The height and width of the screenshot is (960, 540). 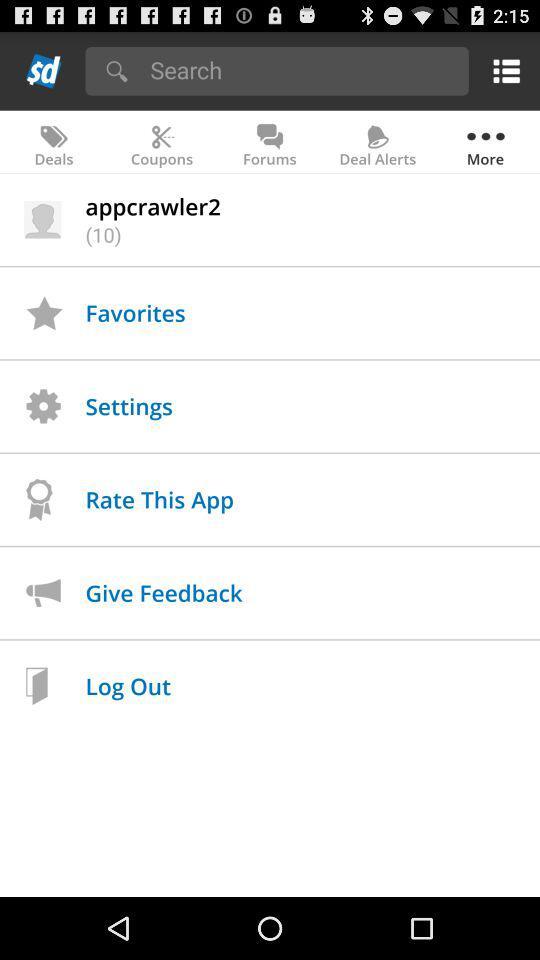 I want to click on open menu, so click(x=502, y=70).